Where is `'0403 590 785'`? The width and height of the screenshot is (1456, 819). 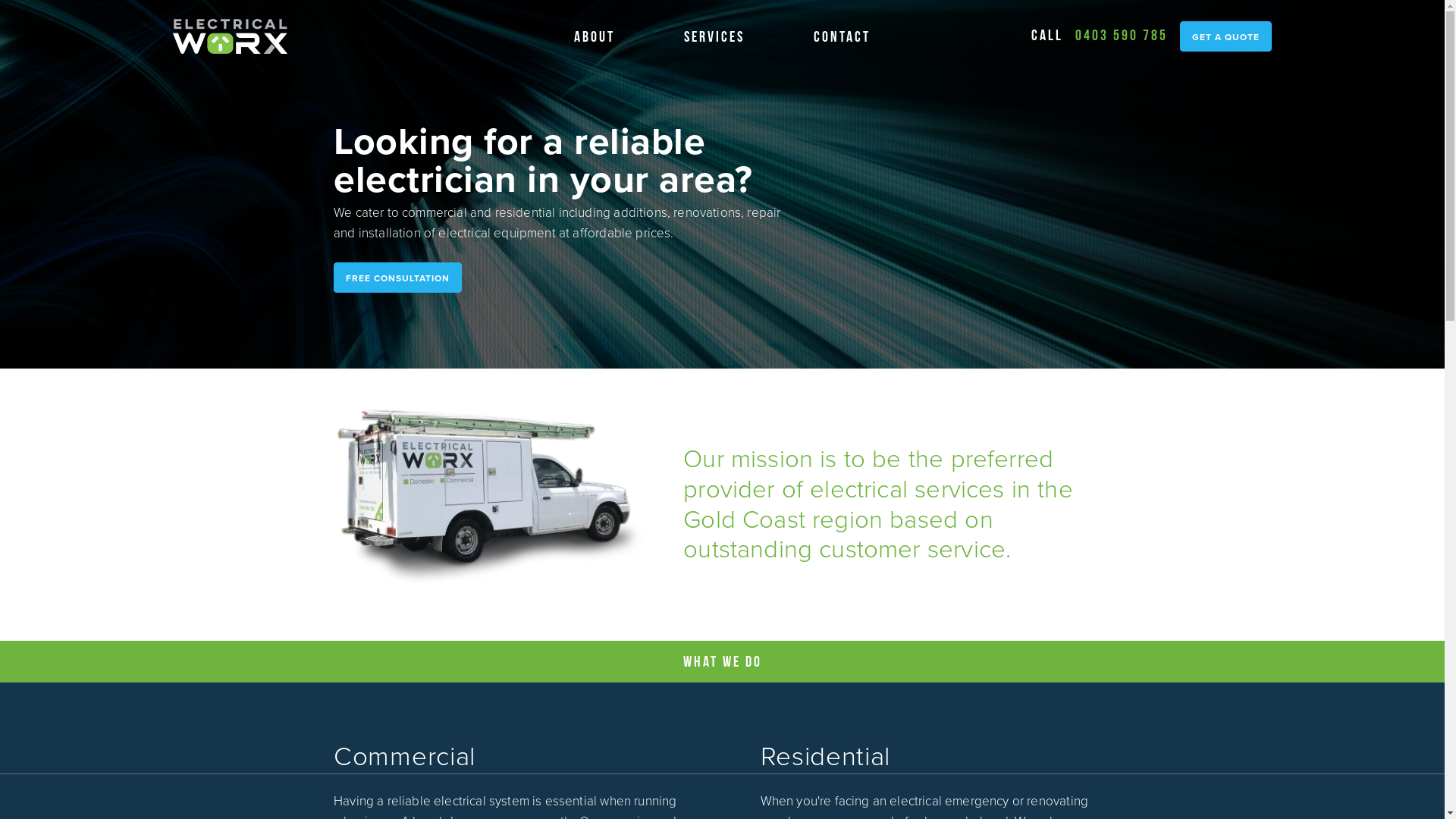 '0403 590 785' is located at coordinates (1121, 34).